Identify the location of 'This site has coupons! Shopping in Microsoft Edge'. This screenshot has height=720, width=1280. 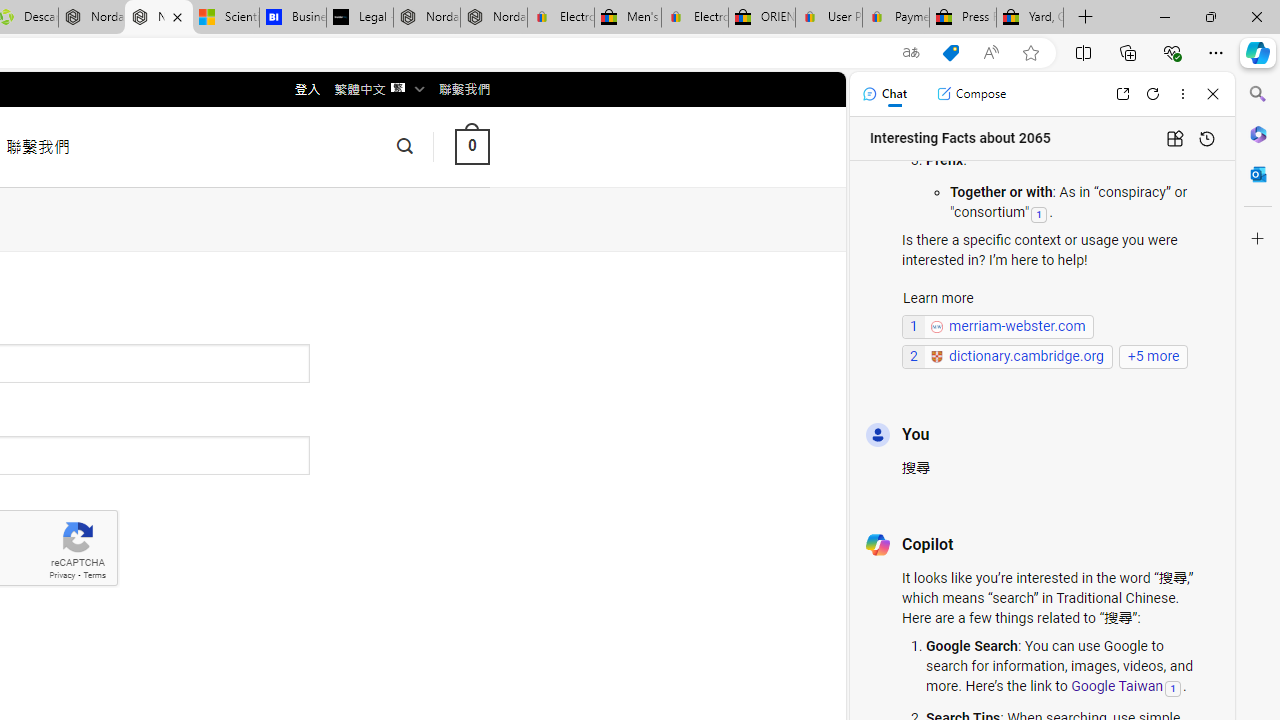
(950, 52).